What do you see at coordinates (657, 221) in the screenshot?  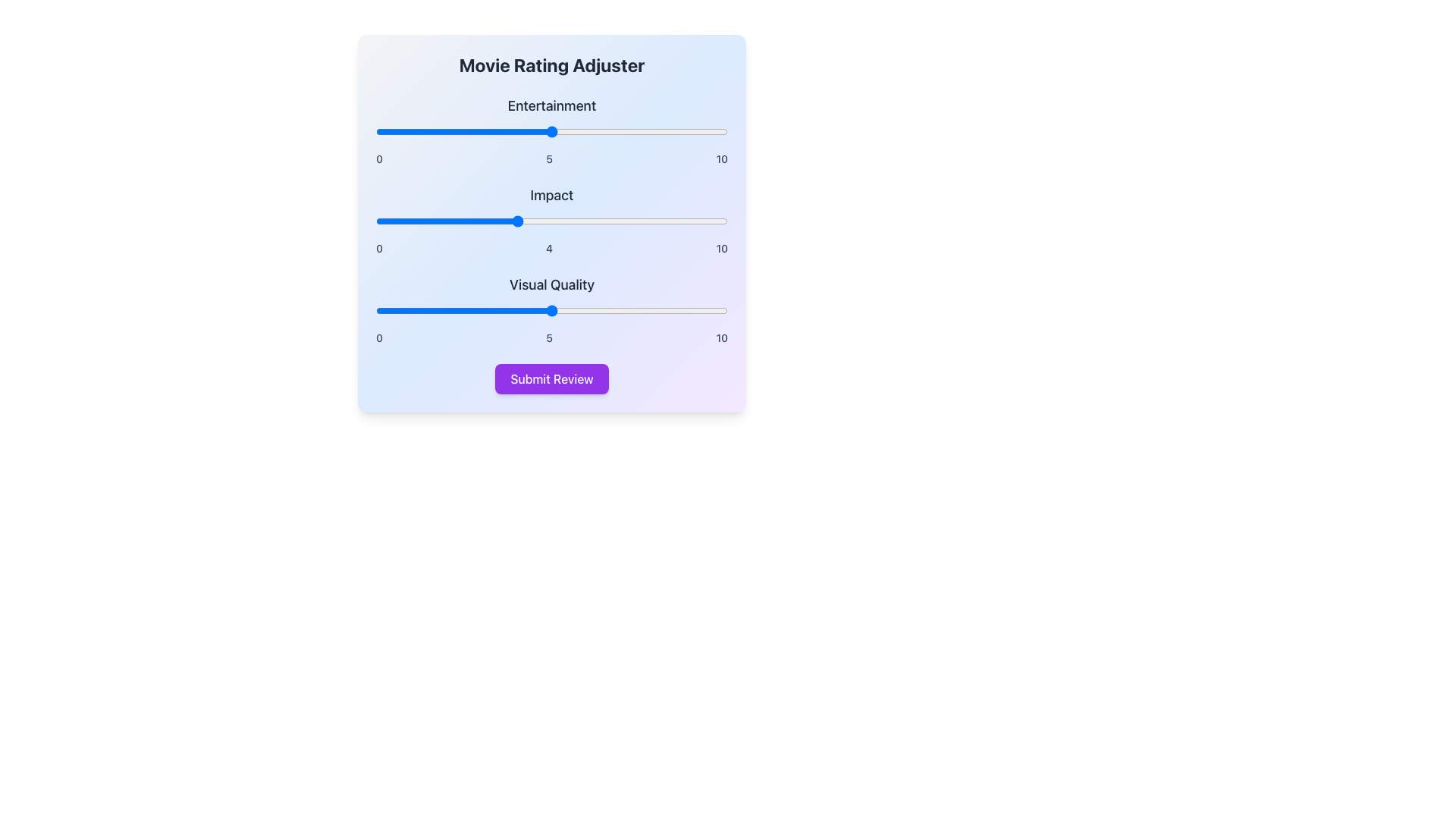 I see `the Impact slider value` at bounding box center [657, 221].